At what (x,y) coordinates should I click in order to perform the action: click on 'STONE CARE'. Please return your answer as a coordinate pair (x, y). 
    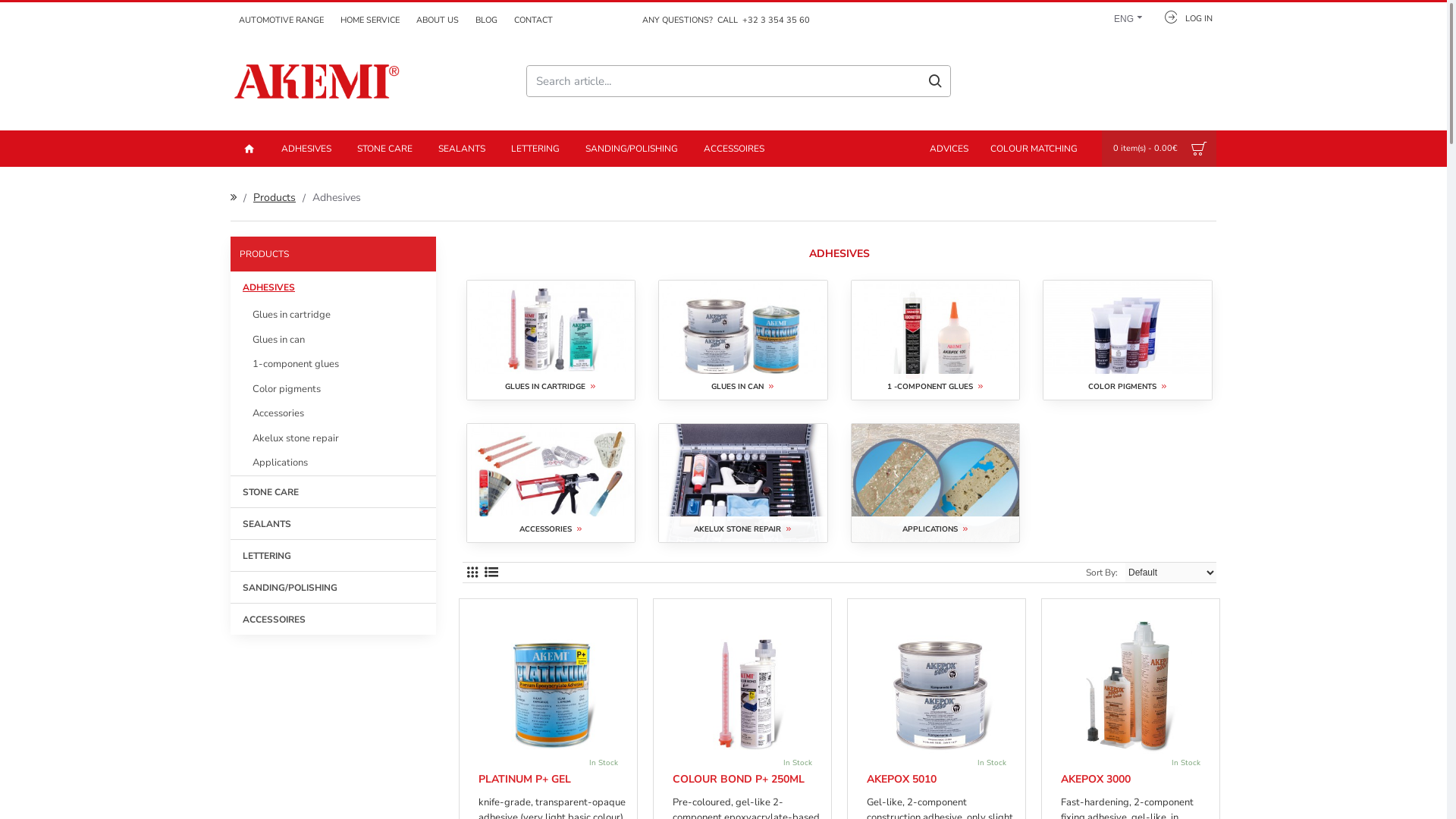
    Looking at the image, I should click on (384, 149).